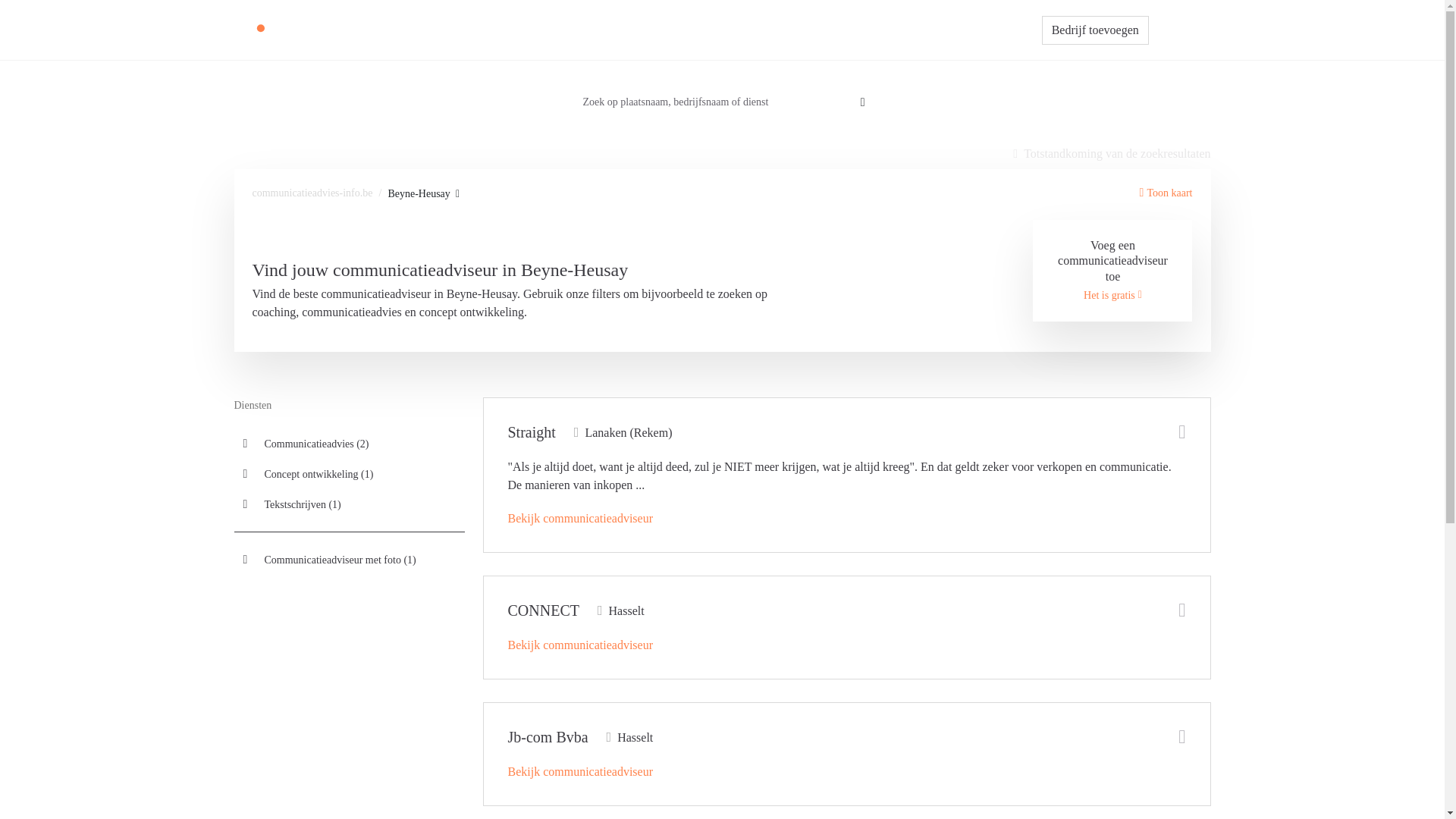 This screenshot has height=819, width=1456. I want to click on 'Beyne-Heusay', so click(387, 193).